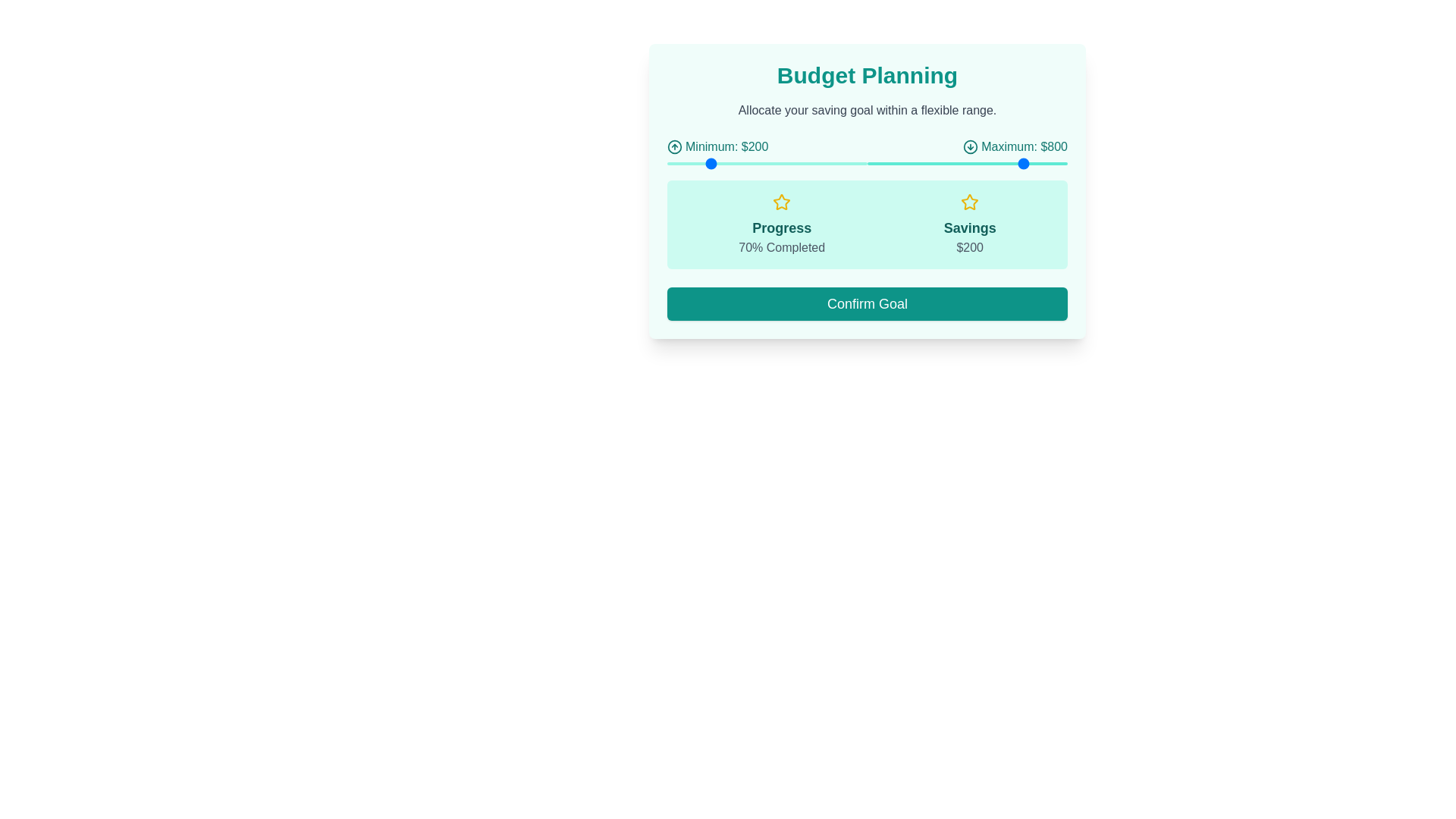  I want to click on the slider, so click(1049, 164).